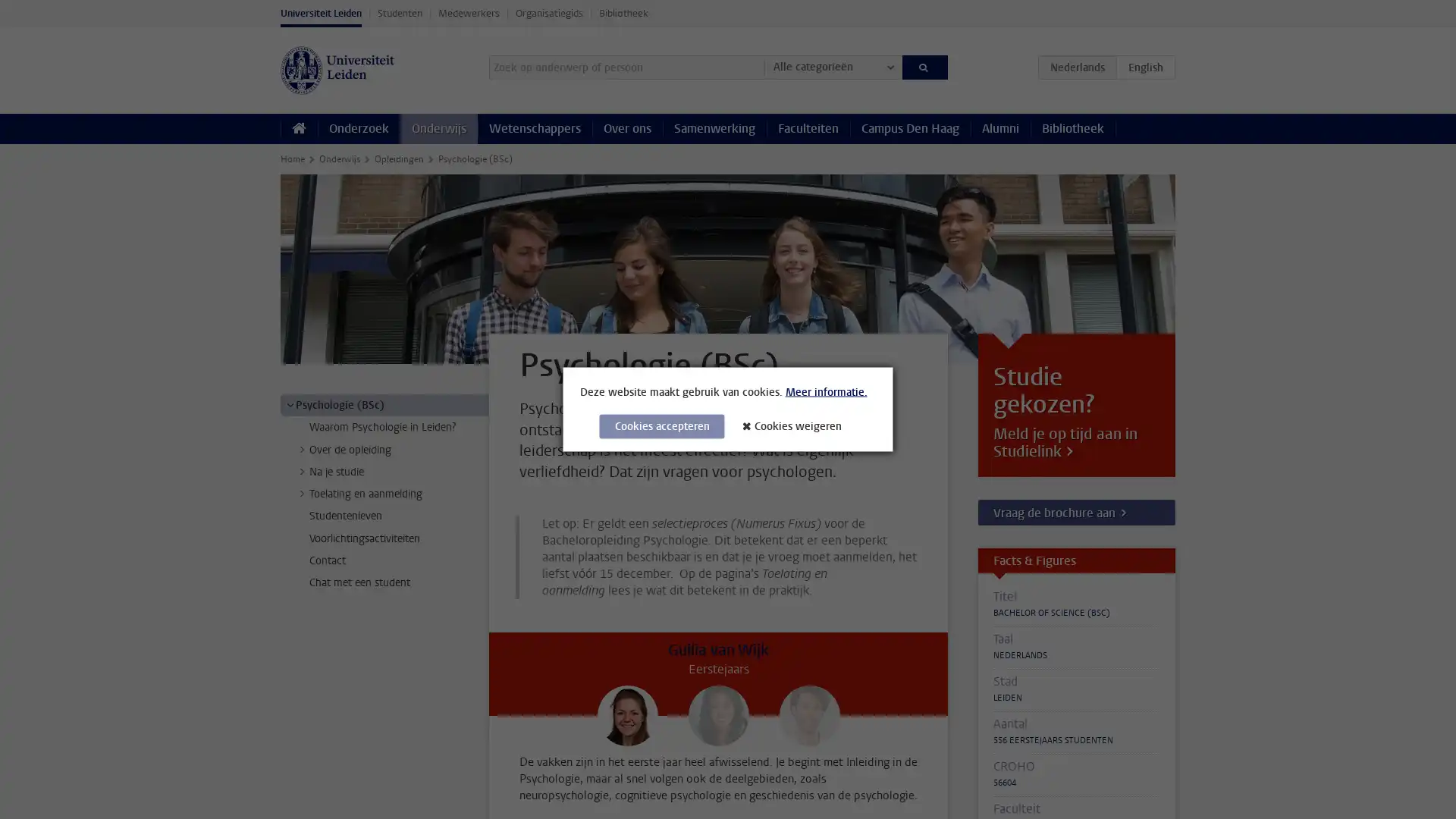 The width and height of the screenshot is (1456, 819). Describe the element at coordinates (302, 470) in the screenshot. I see `>` at that location.